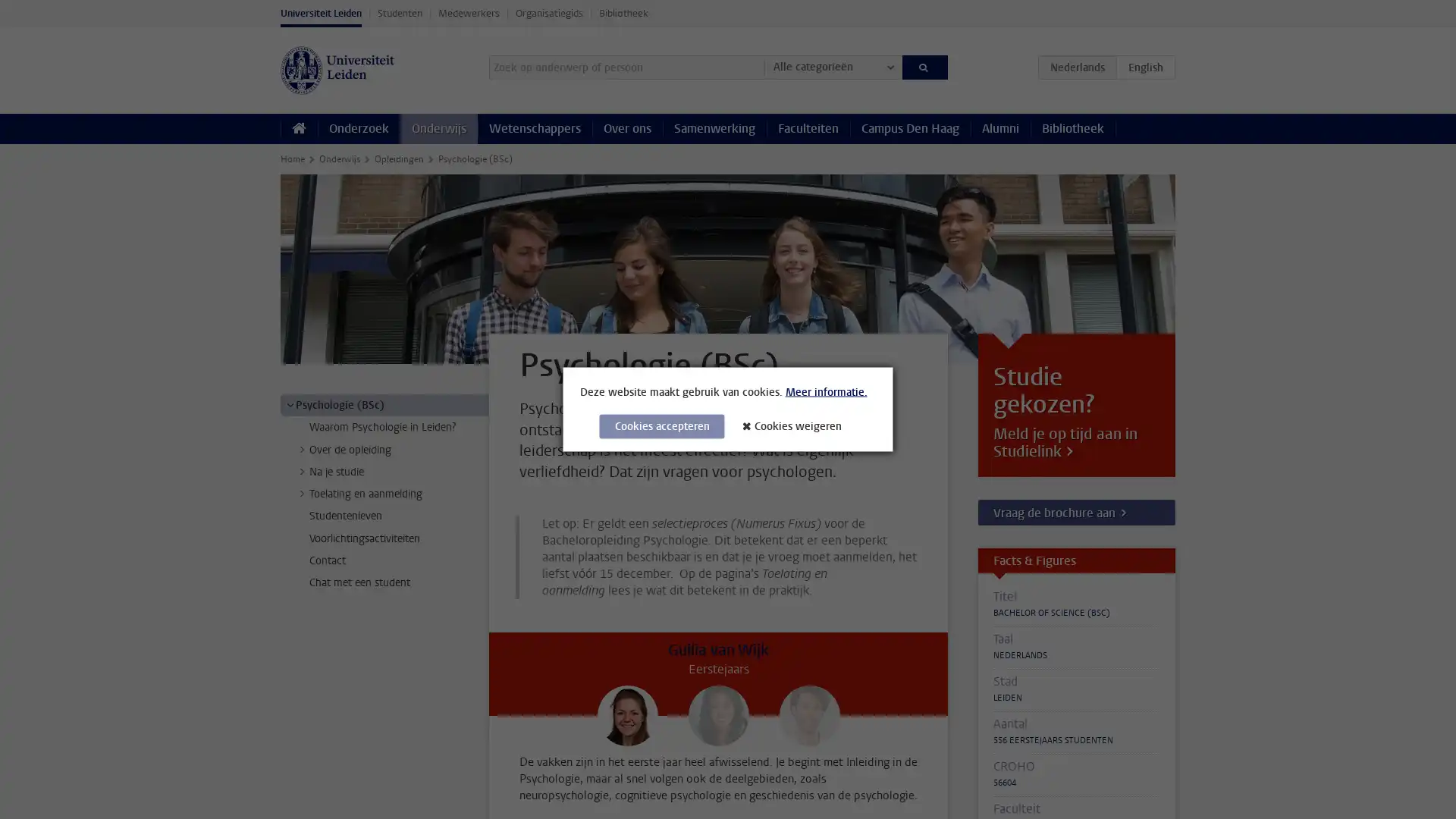 The width and height of the screenshot is (1456, 819). Describe the element at coordinates (302, 470) in the screenshot. I see `>` at that location.